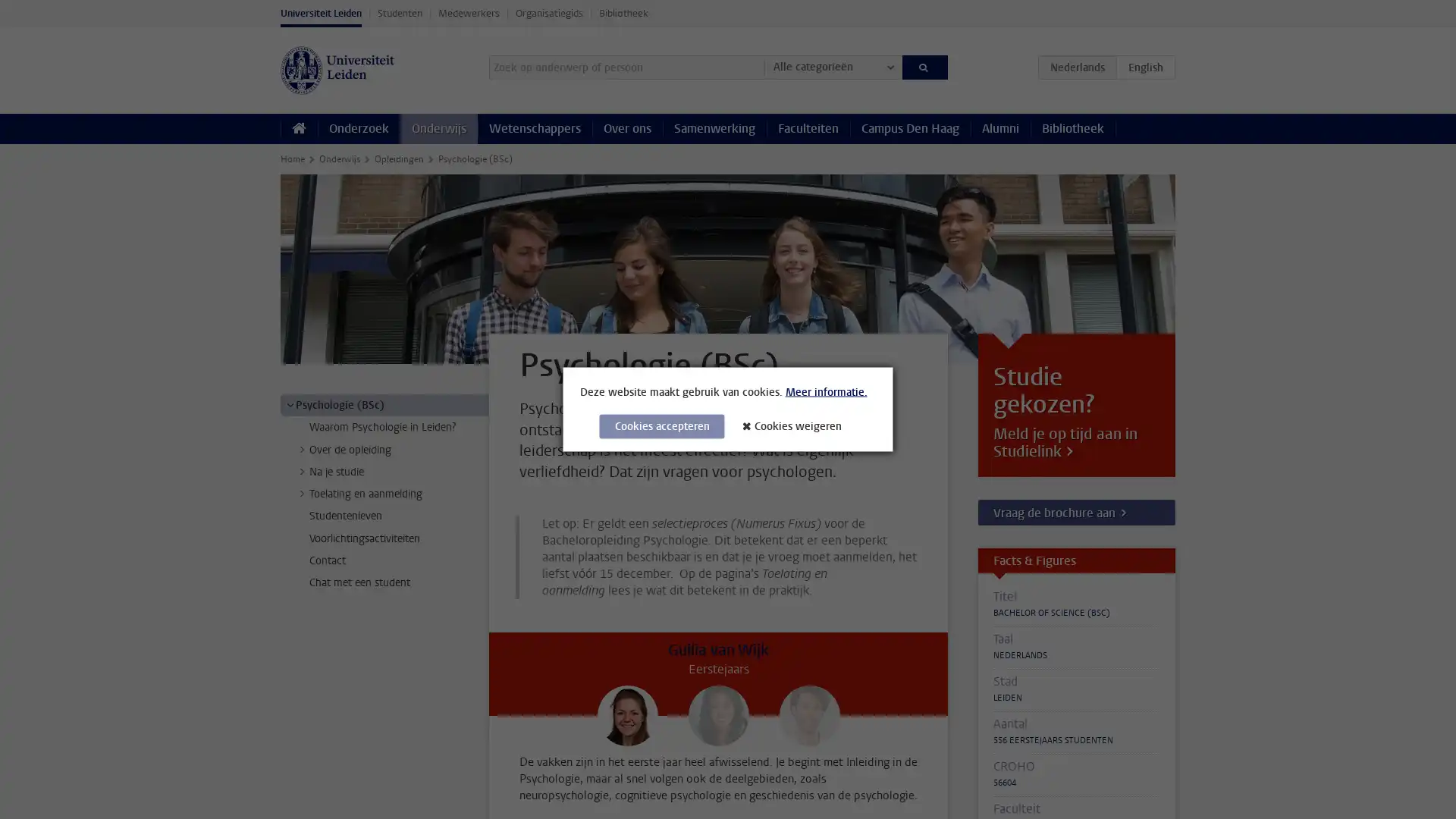 The width and height of the screenshot is (1456, 819). Describe the element at coordinates (302, 470) in the screenshot. I see `>` at that location.